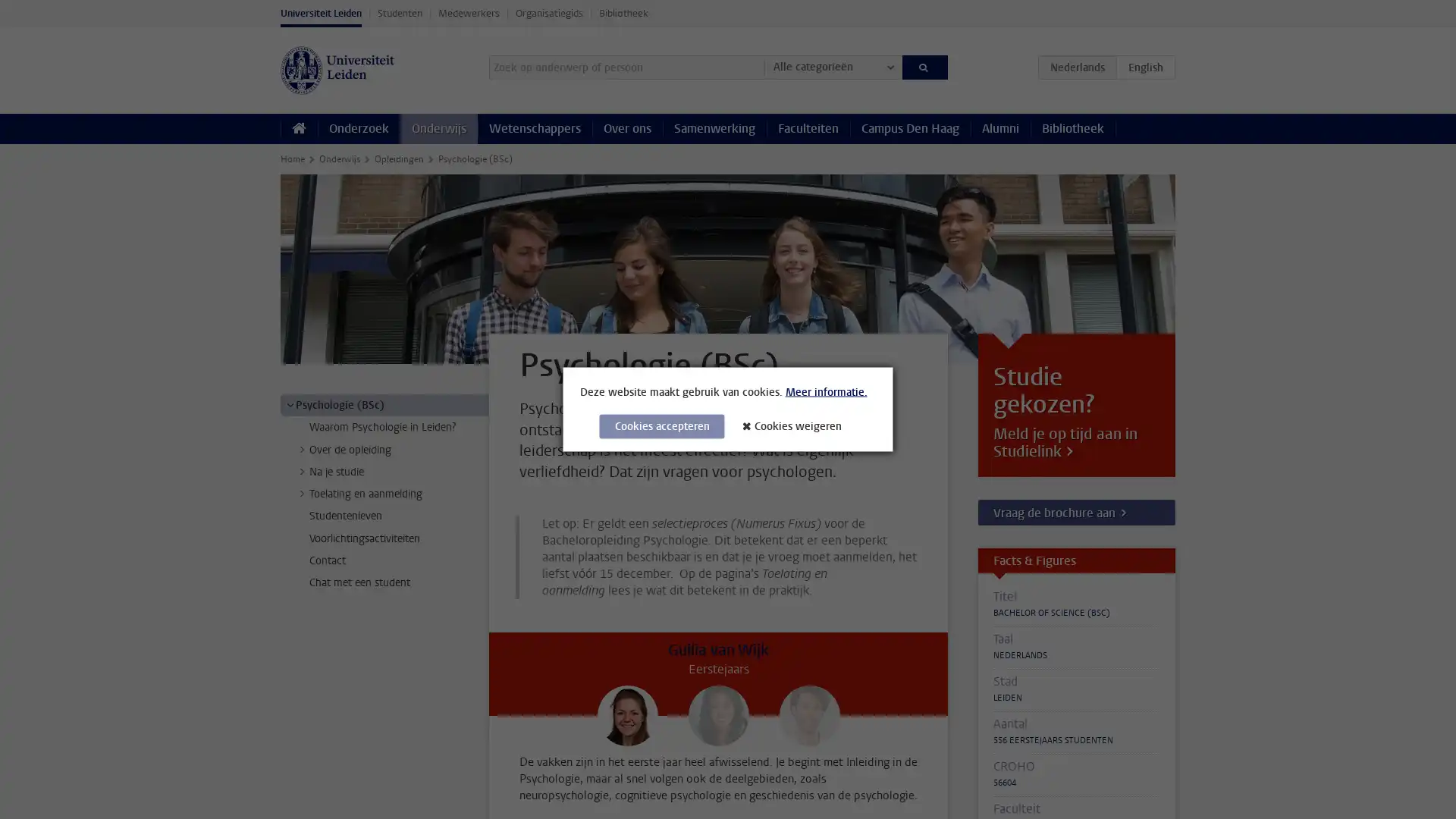 The width and height of the screenshot is (1456, 819). Describe the element at coordinates (302, 470) in the screenshot. I see `>` at that location.